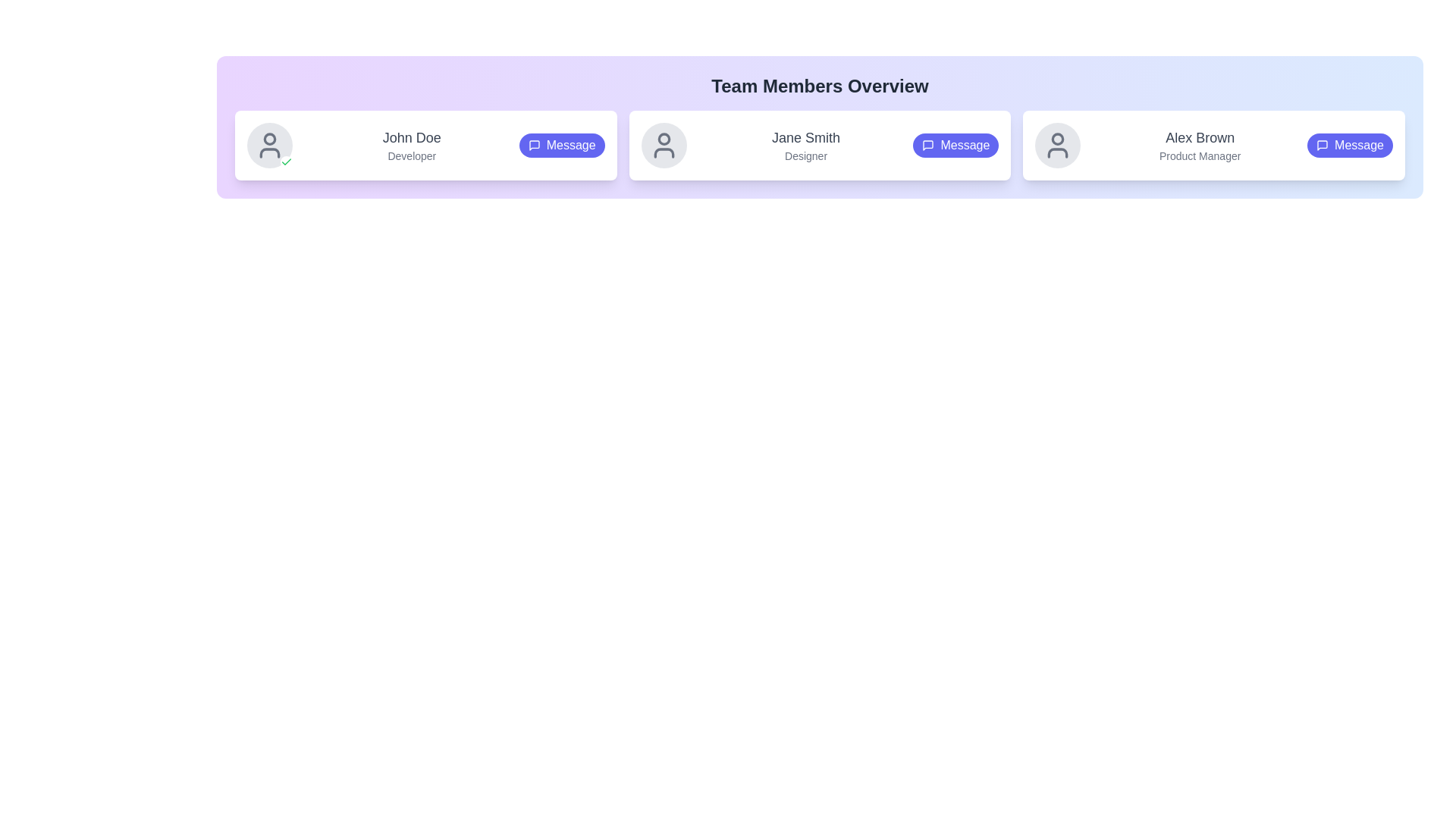 Image resolution: width=1456 pixels, height=819 pixels. I want to click on the speech bubble icon representing the messaging function in the profile panel of Jane Smith, so click(927, 146).